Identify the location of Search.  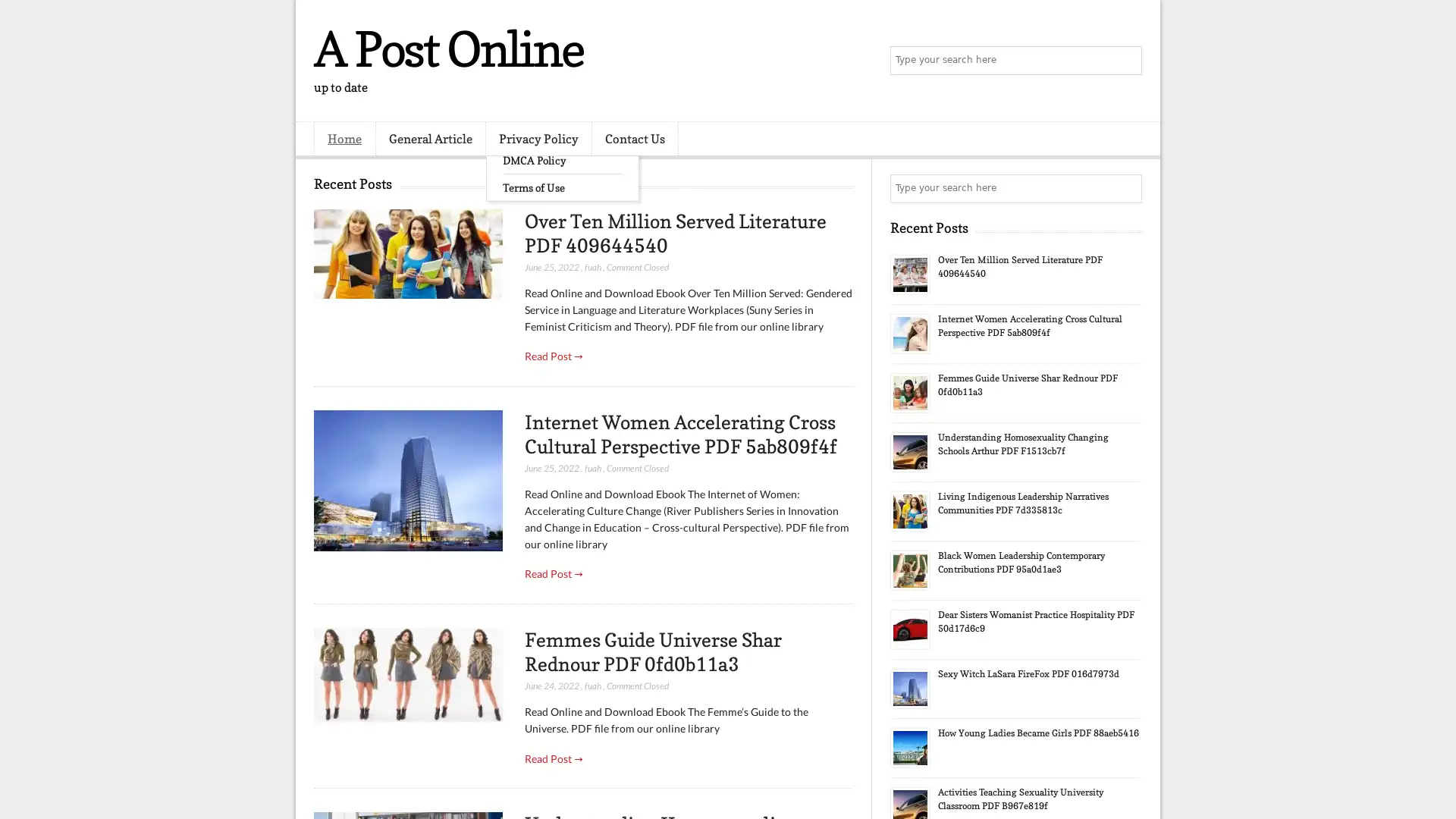
(1126, 61).